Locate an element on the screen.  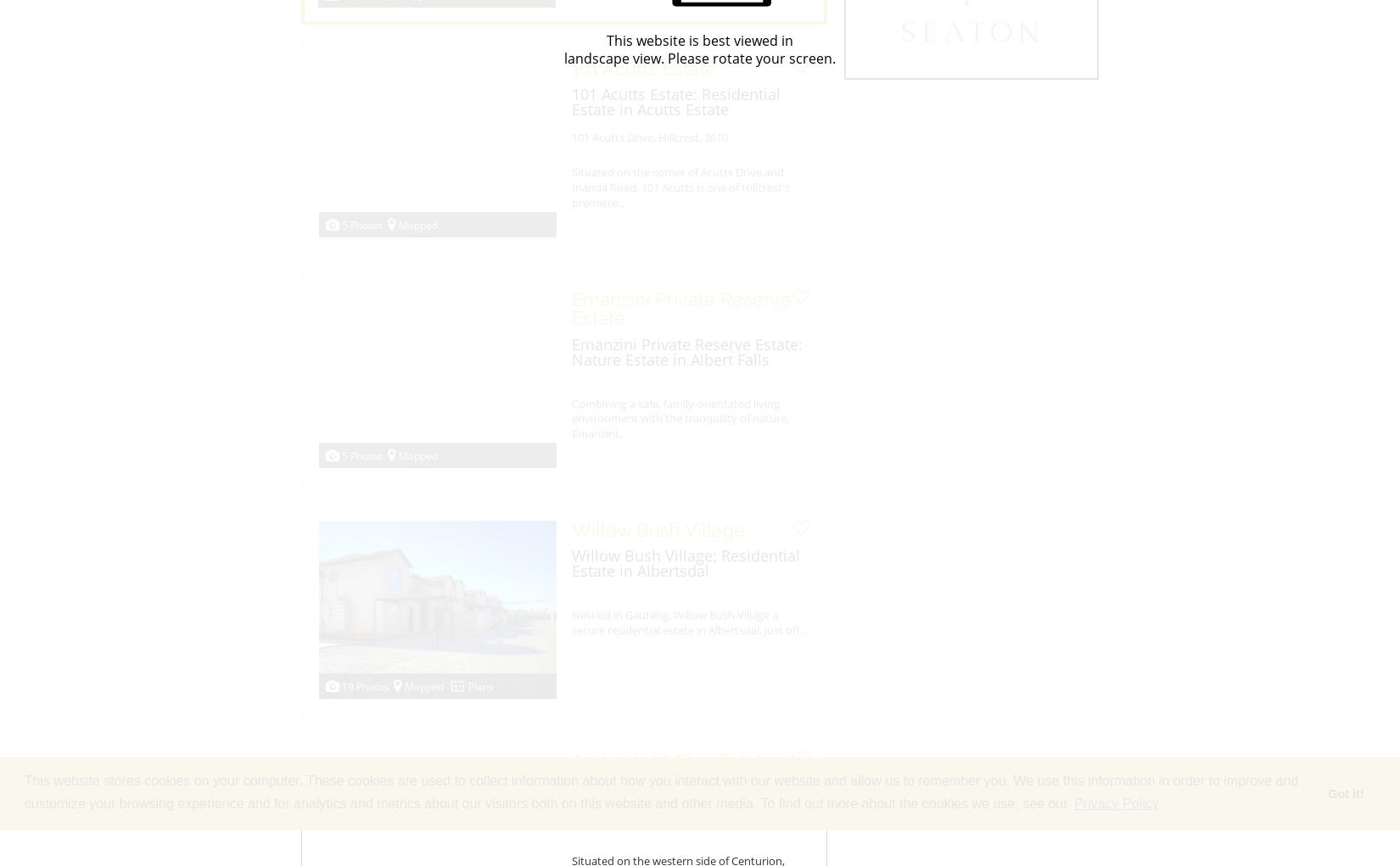
'Plans' is located at coordinates (479, 685).